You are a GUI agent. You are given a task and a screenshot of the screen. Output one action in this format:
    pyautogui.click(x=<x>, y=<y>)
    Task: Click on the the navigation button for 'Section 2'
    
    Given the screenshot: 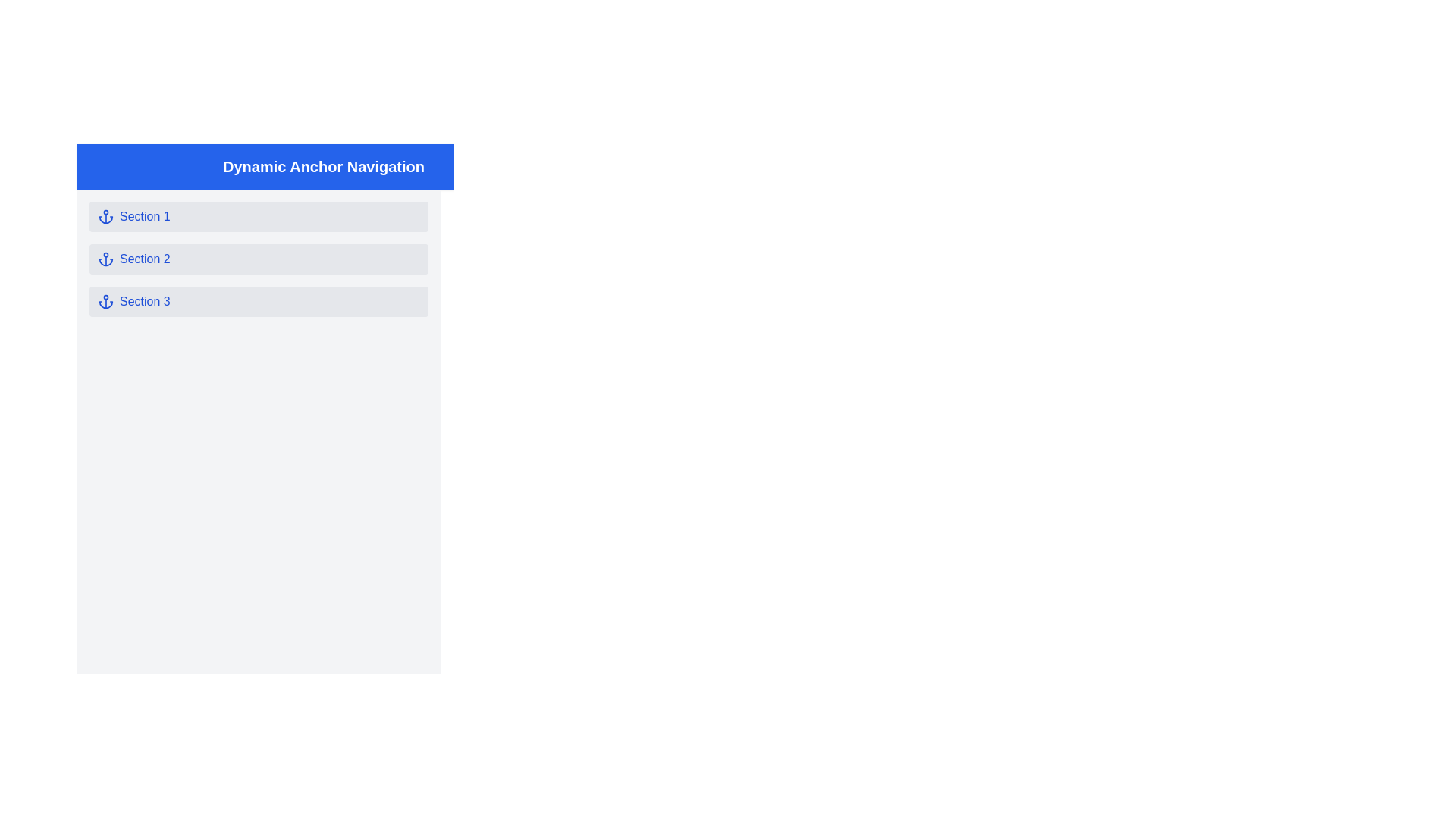 What is the action you would take?
    pyautogui.click(x=259, y=259)
    